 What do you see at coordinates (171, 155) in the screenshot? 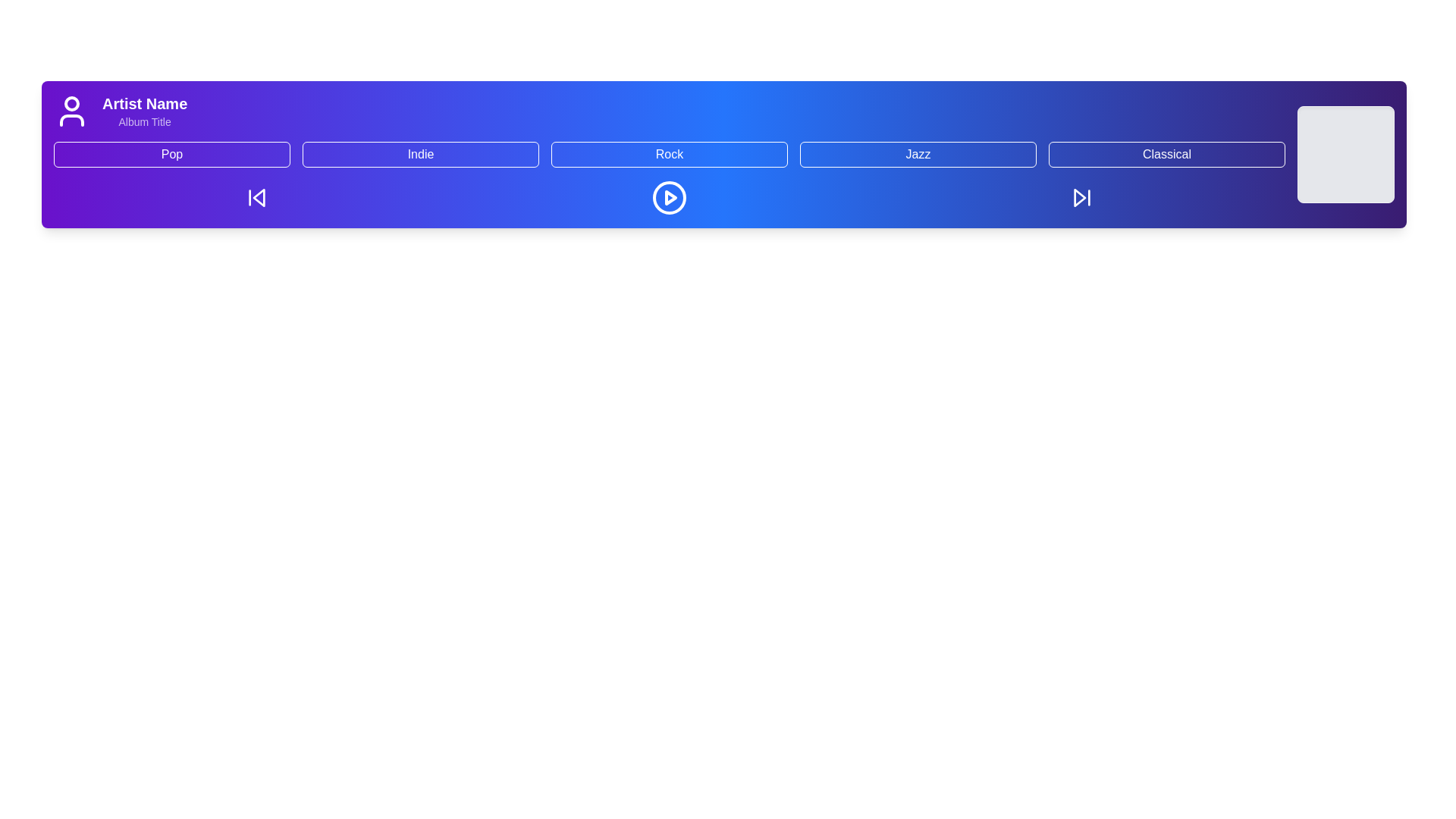
I see `the 'Pop' button, which is a rectangular button with rounded corners, located to the far-left of a horizontal row of five buttons under the artist's name and album title` at bounding box center [171, 155].